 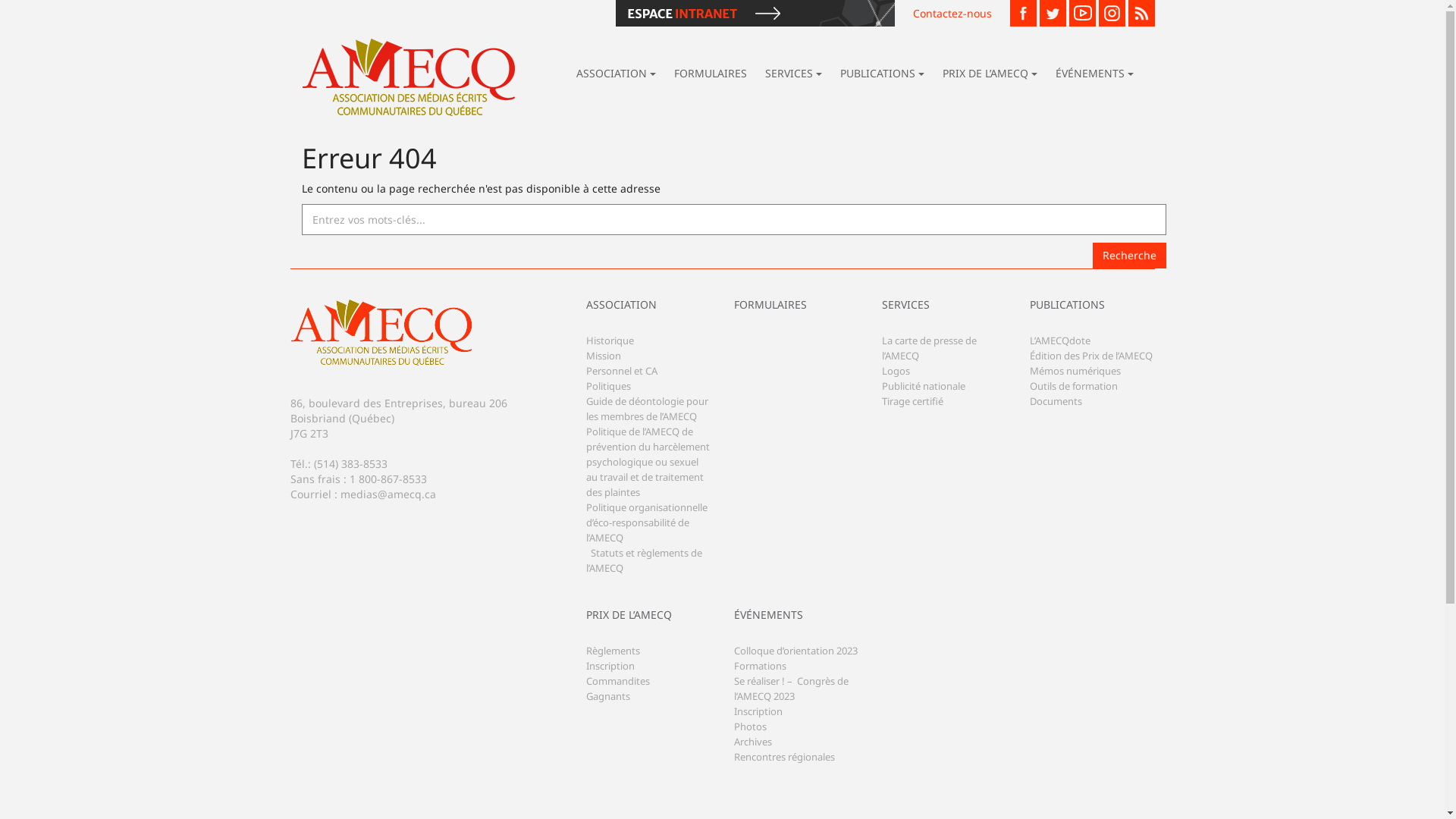 I want to click on 'Recherche', so click(x=1092, y=254).